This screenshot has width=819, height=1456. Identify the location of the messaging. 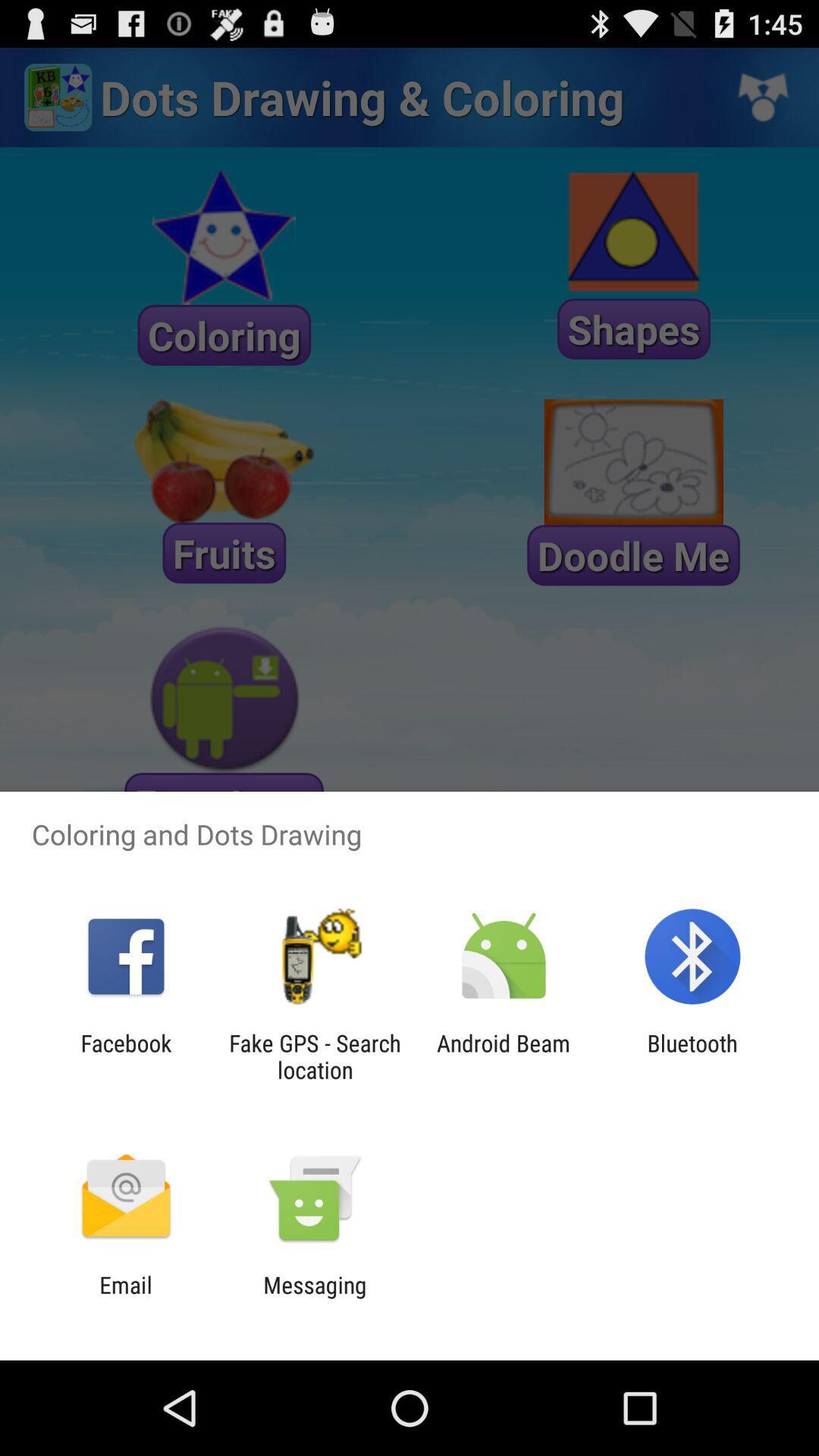
(314, 1298).